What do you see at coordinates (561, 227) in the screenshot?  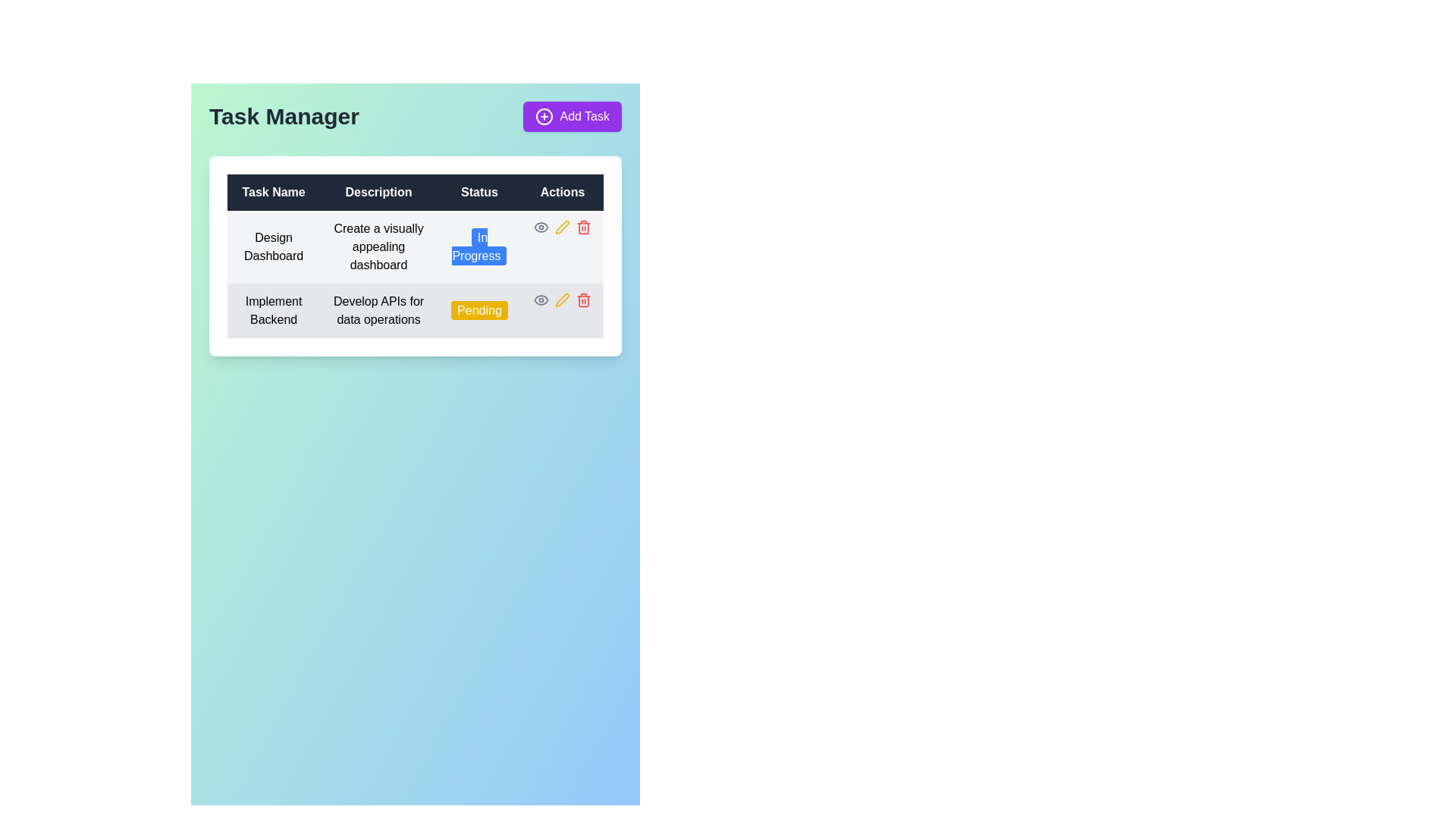 I see `the eye icon in the actions column of the task management table` at bounding box center [561, 227].